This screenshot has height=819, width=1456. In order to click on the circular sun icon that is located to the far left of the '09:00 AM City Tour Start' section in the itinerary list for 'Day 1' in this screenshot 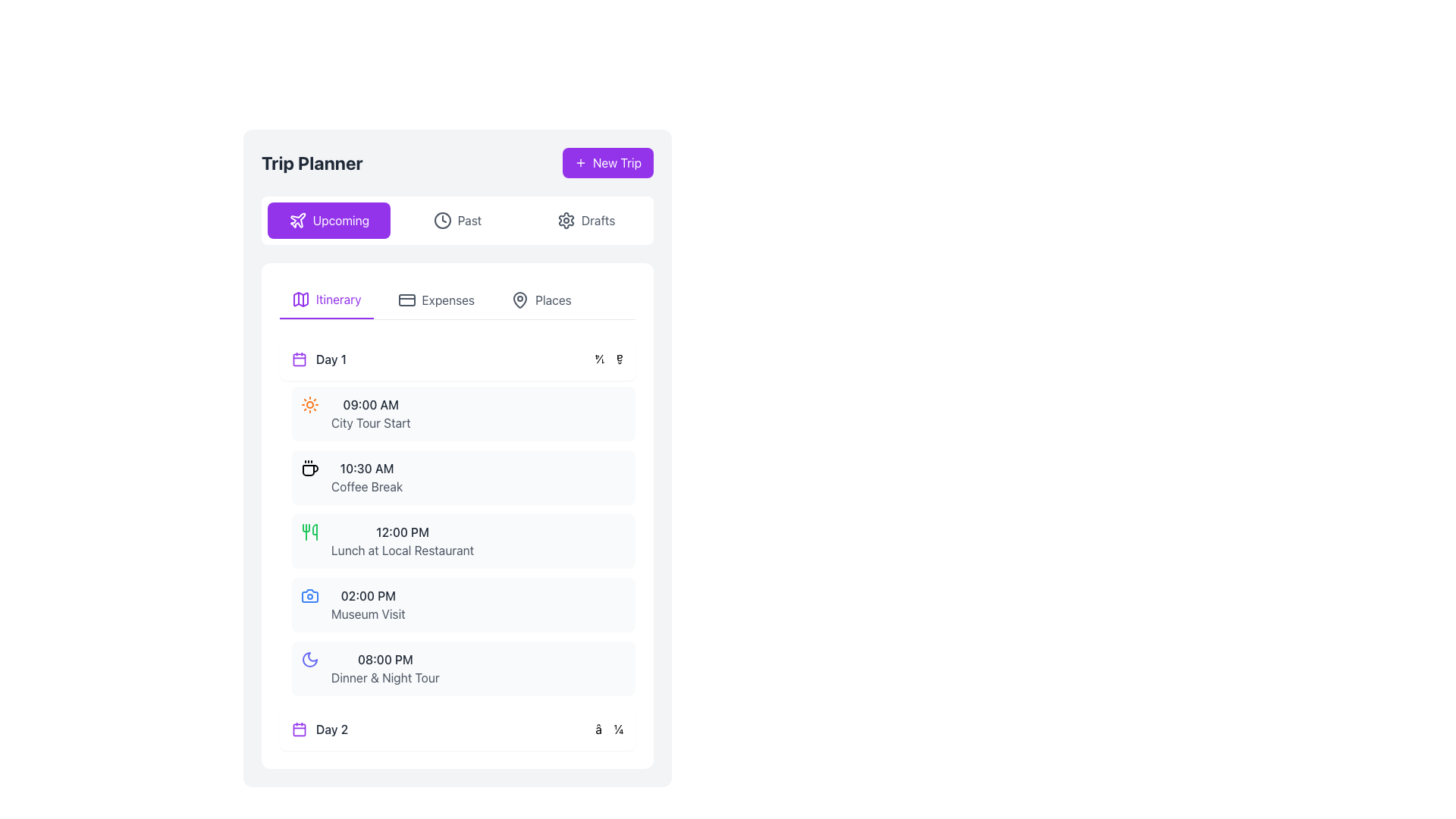, I will do `click(309, 403)`.